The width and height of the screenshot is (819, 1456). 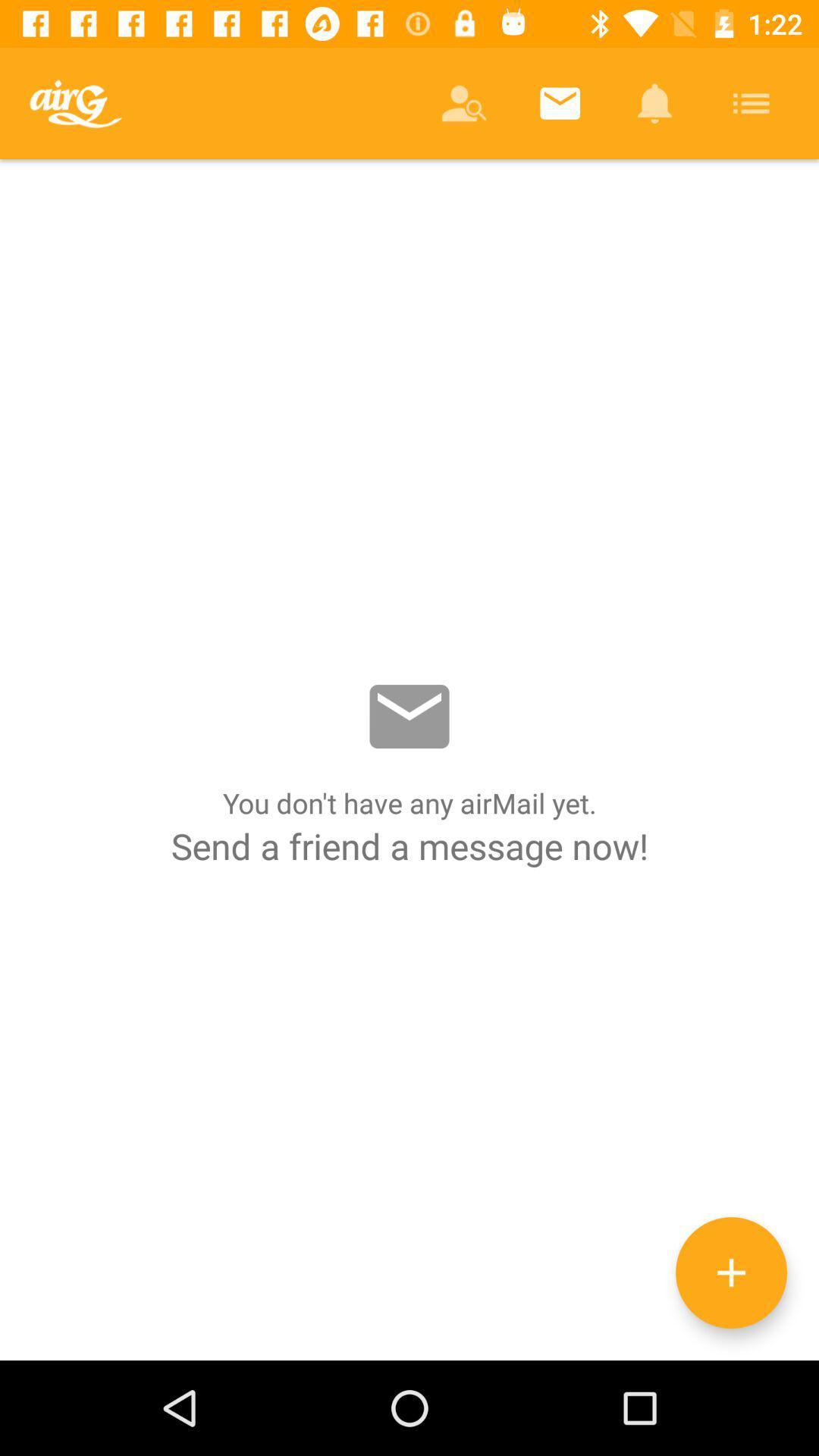 What do you see at coordinates (409, 760) in the screenshot?
I see `send a message` at bounding box center [409, 760].